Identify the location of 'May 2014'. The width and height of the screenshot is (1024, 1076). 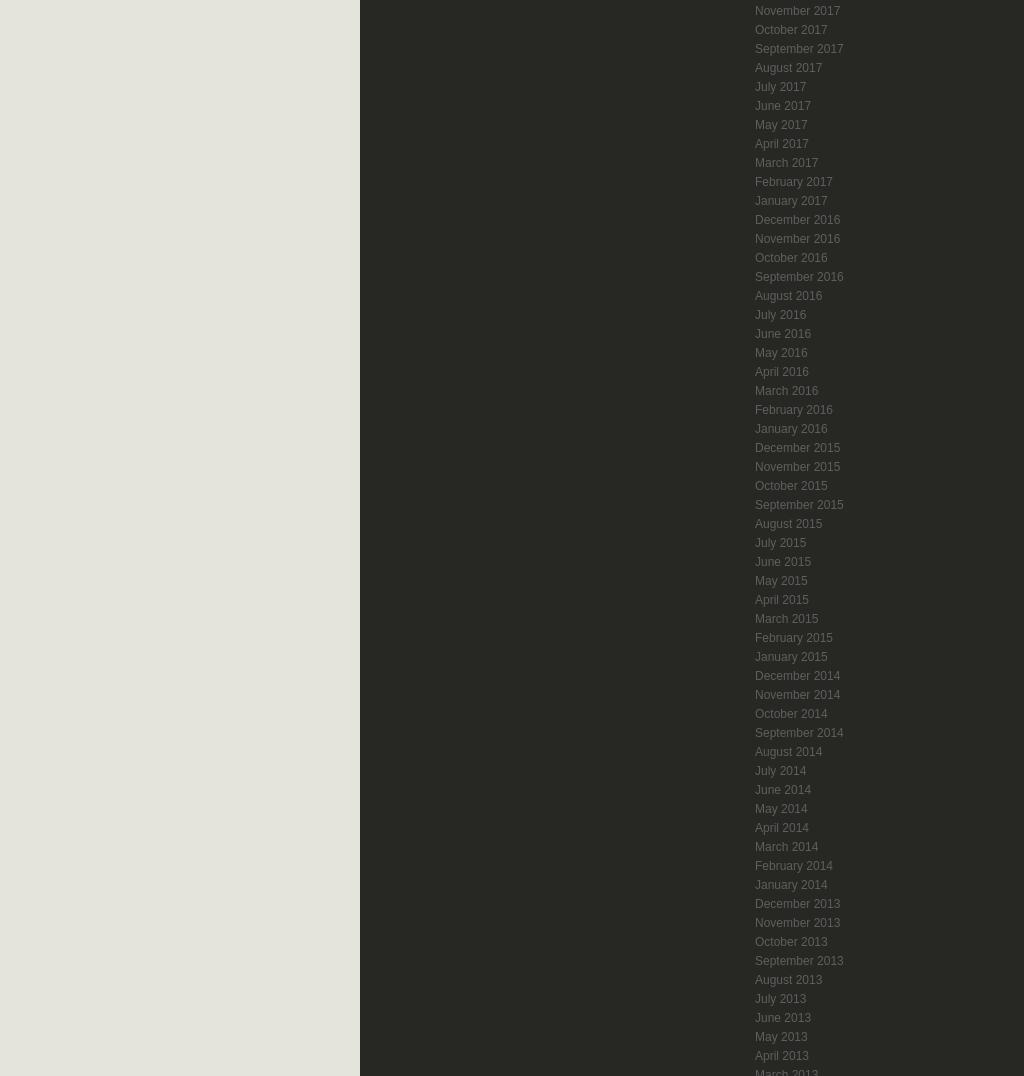
(781, 808).